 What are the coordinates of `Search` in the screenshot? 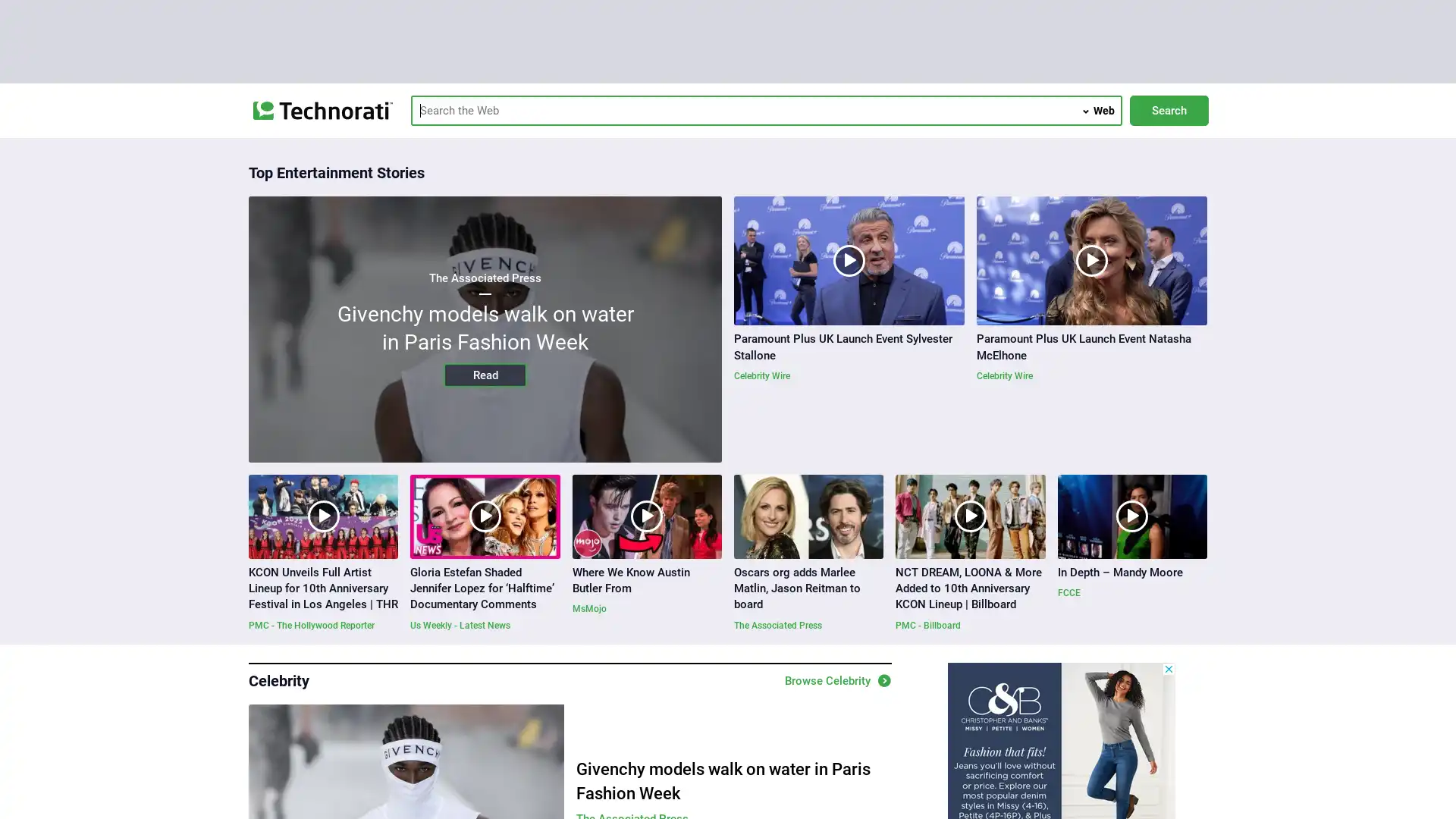 It's located at (1168, 110).